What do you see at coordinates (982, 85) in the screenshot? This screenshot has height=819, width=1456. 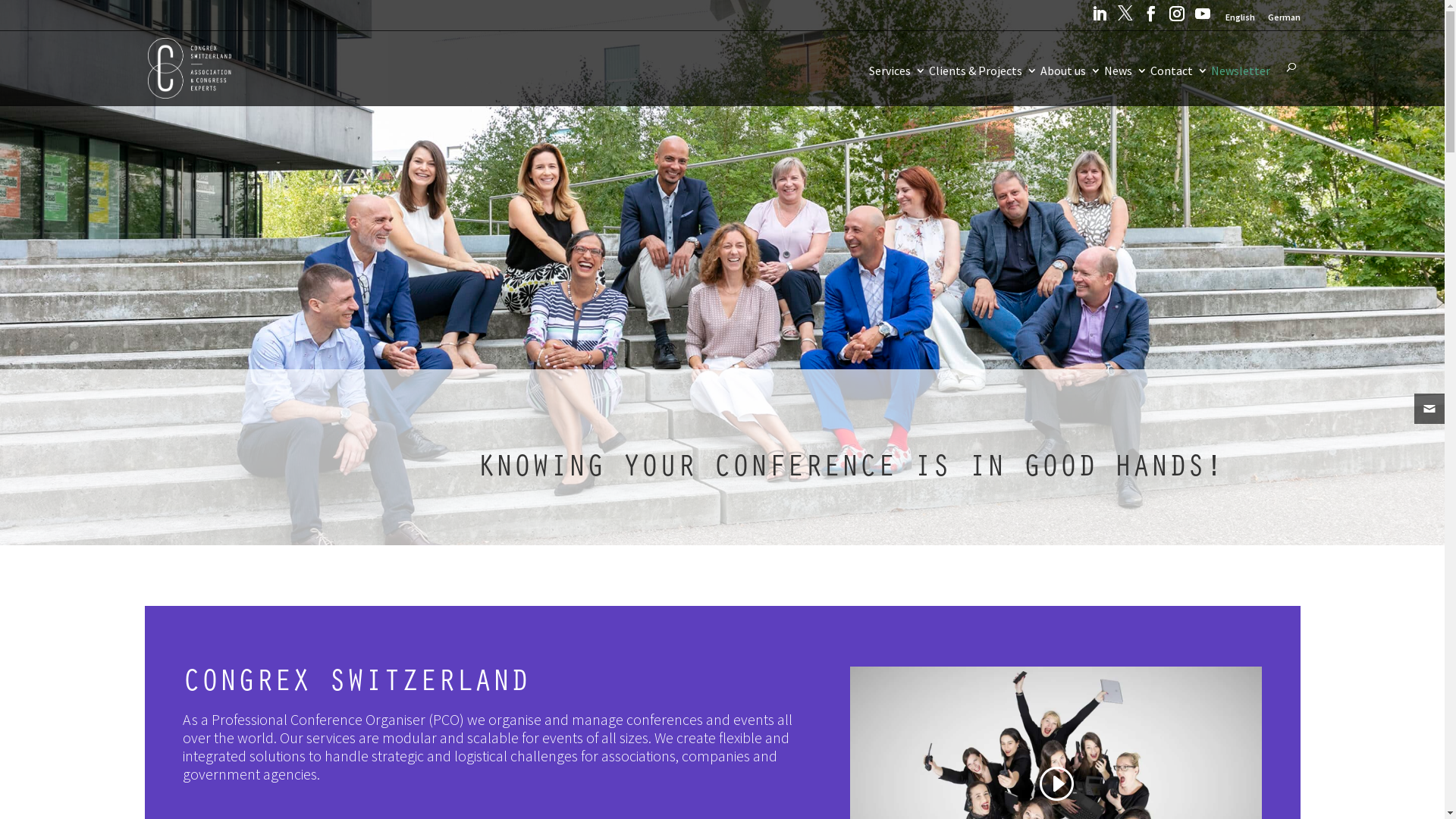 I see `'Clients & Projects'` at bounding box center [982, 85].